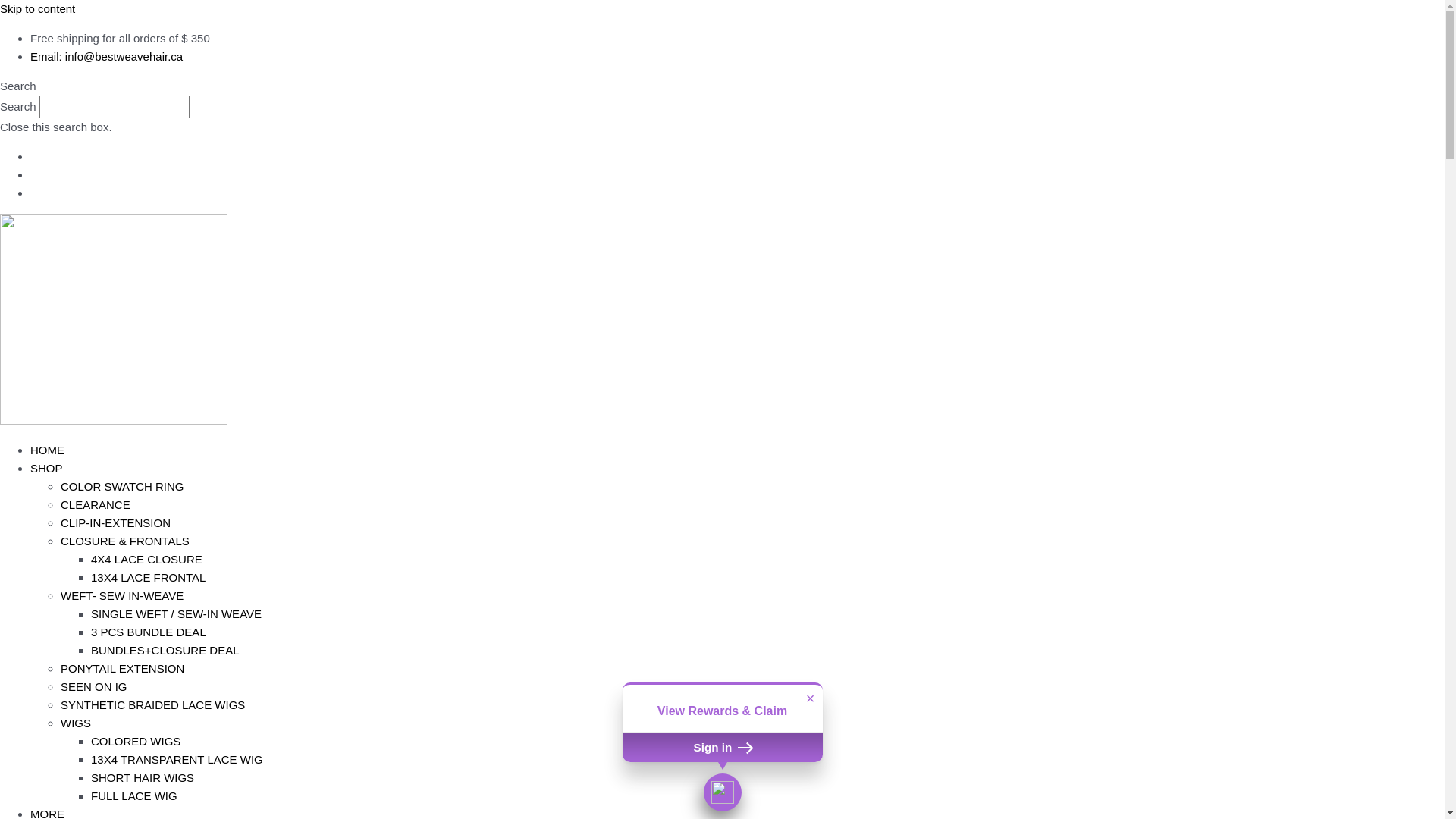  I want to click on 'PONYTAIL EXTENSION', so click(122, 667).